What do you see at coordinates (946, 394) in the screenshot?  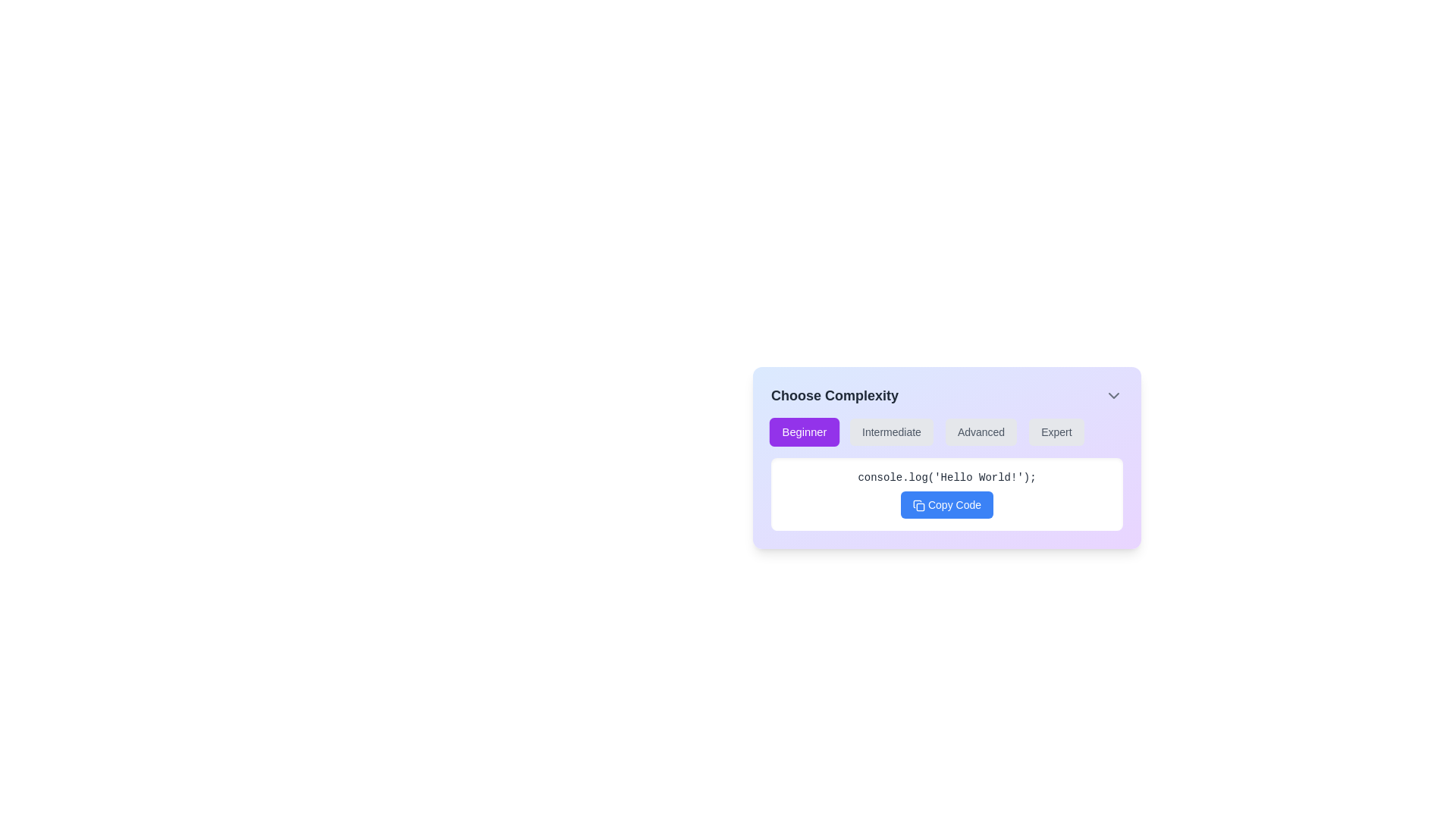 I see `the Dropdown header located at the top of the box interface to enable keyboard navigation` at bounding box center [946, 394].